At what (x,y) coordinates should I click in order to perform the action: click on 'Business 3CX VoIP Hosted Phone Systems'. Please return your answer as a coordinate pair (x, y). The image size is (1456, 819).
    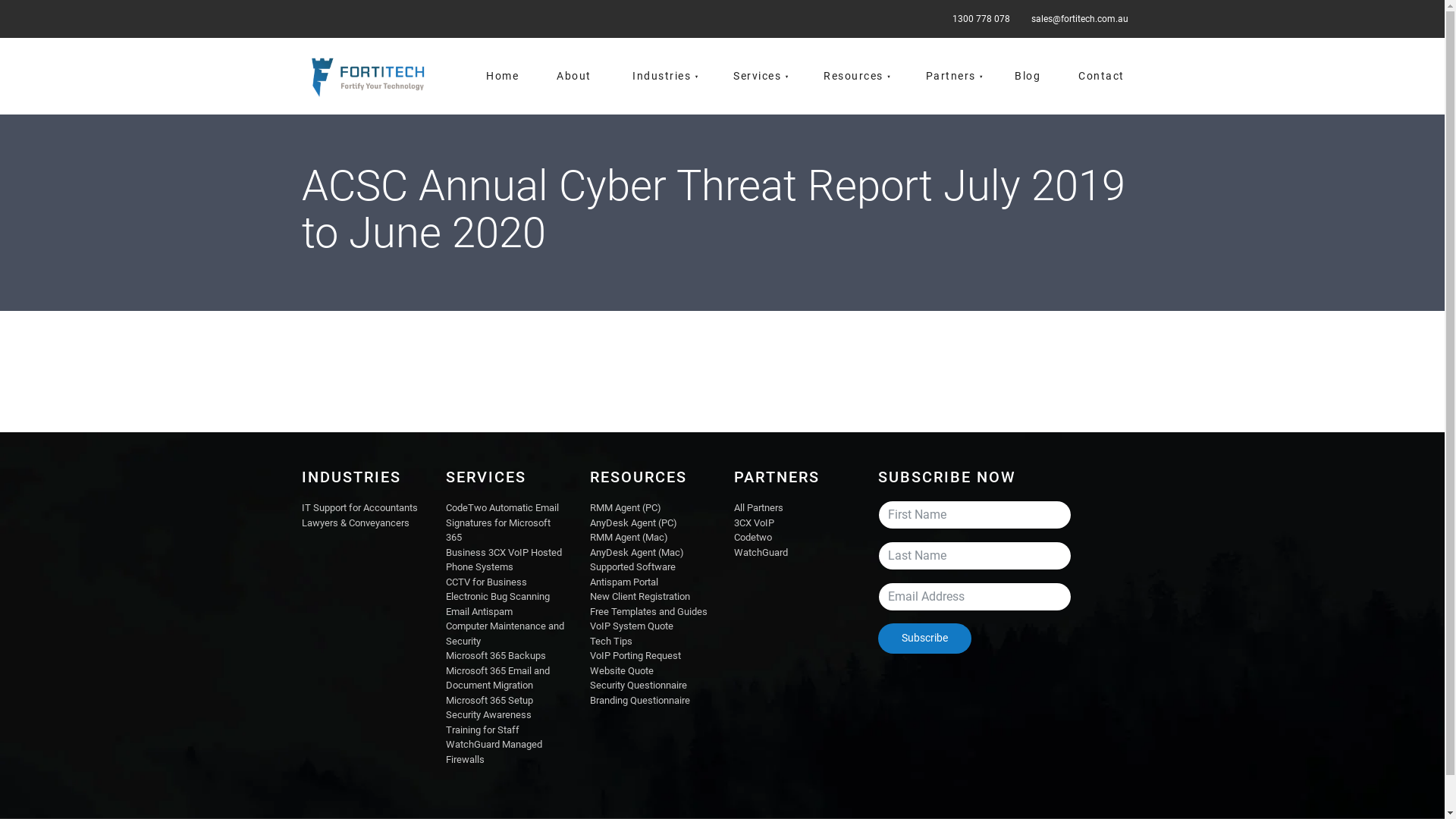
    Looking at the image, I should click on (504, 560).